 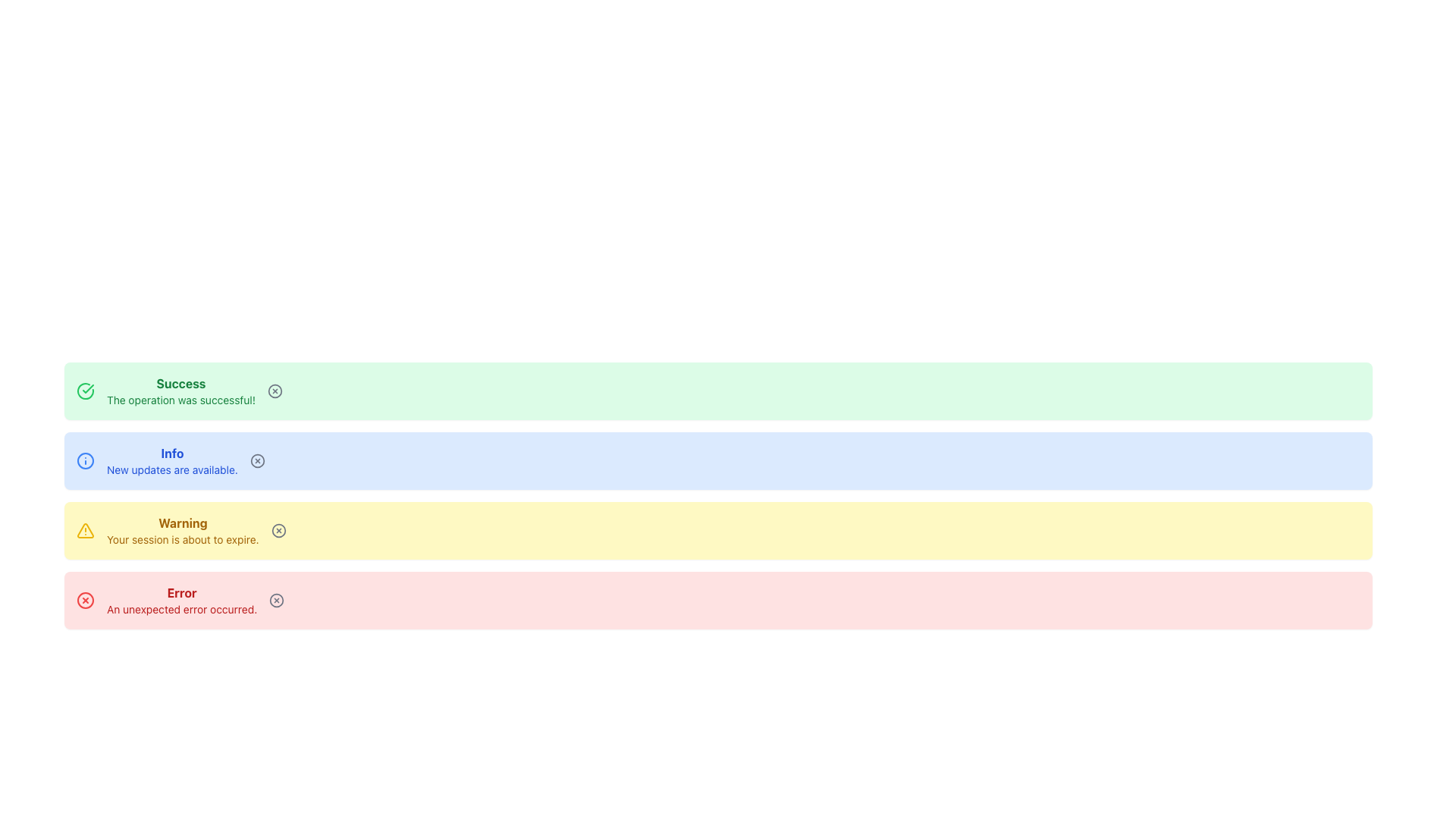 What do you see at coordinates (172, 452) in the screenshot?
I see `the bold title label within the light blue alert box that indicates updates, positioned above the text 'New updates are available.'` at bounding box center [172, 452].